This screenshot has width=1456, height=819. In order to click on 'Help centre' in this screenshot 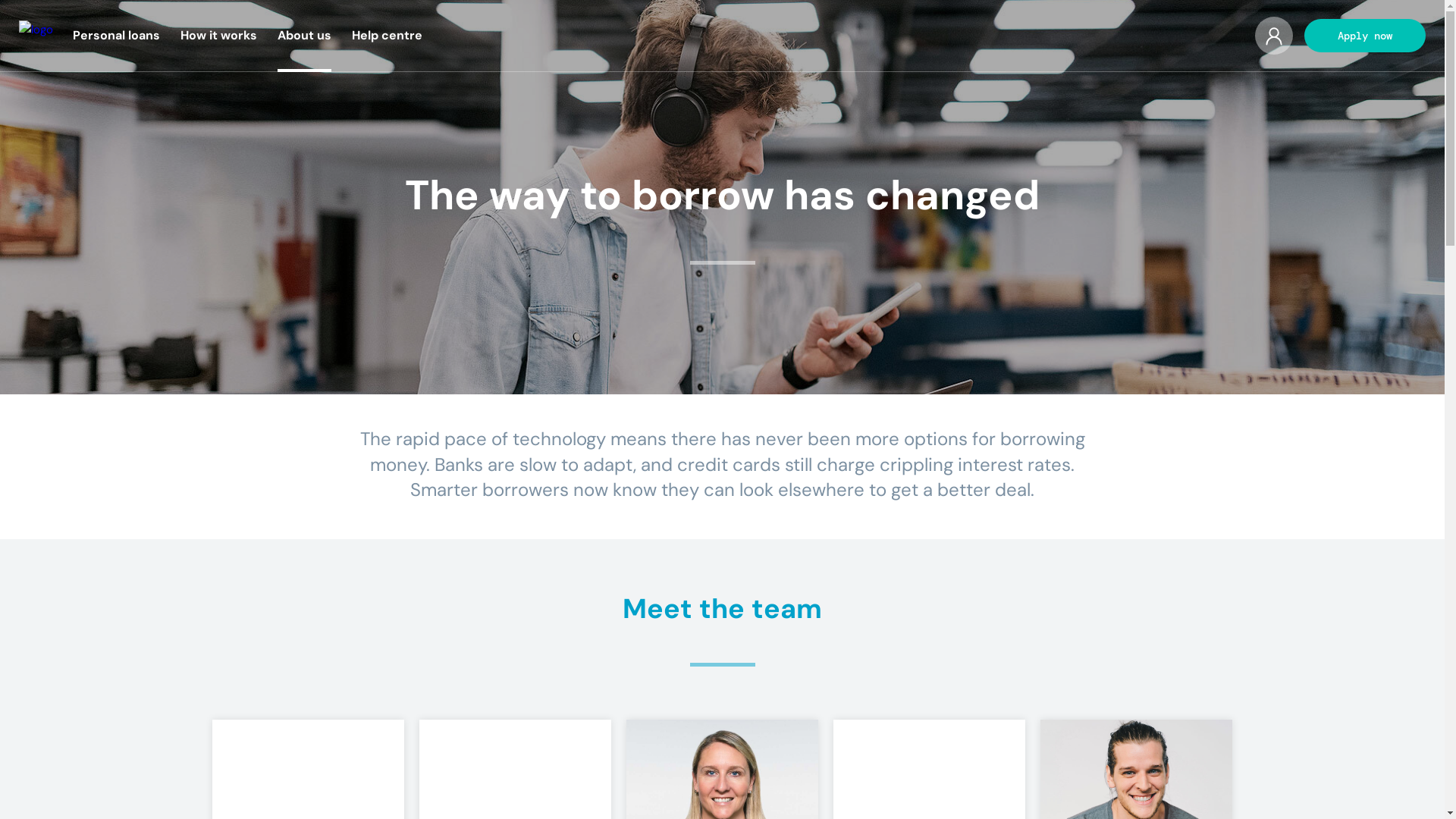, I will do `click(386, 34)`.